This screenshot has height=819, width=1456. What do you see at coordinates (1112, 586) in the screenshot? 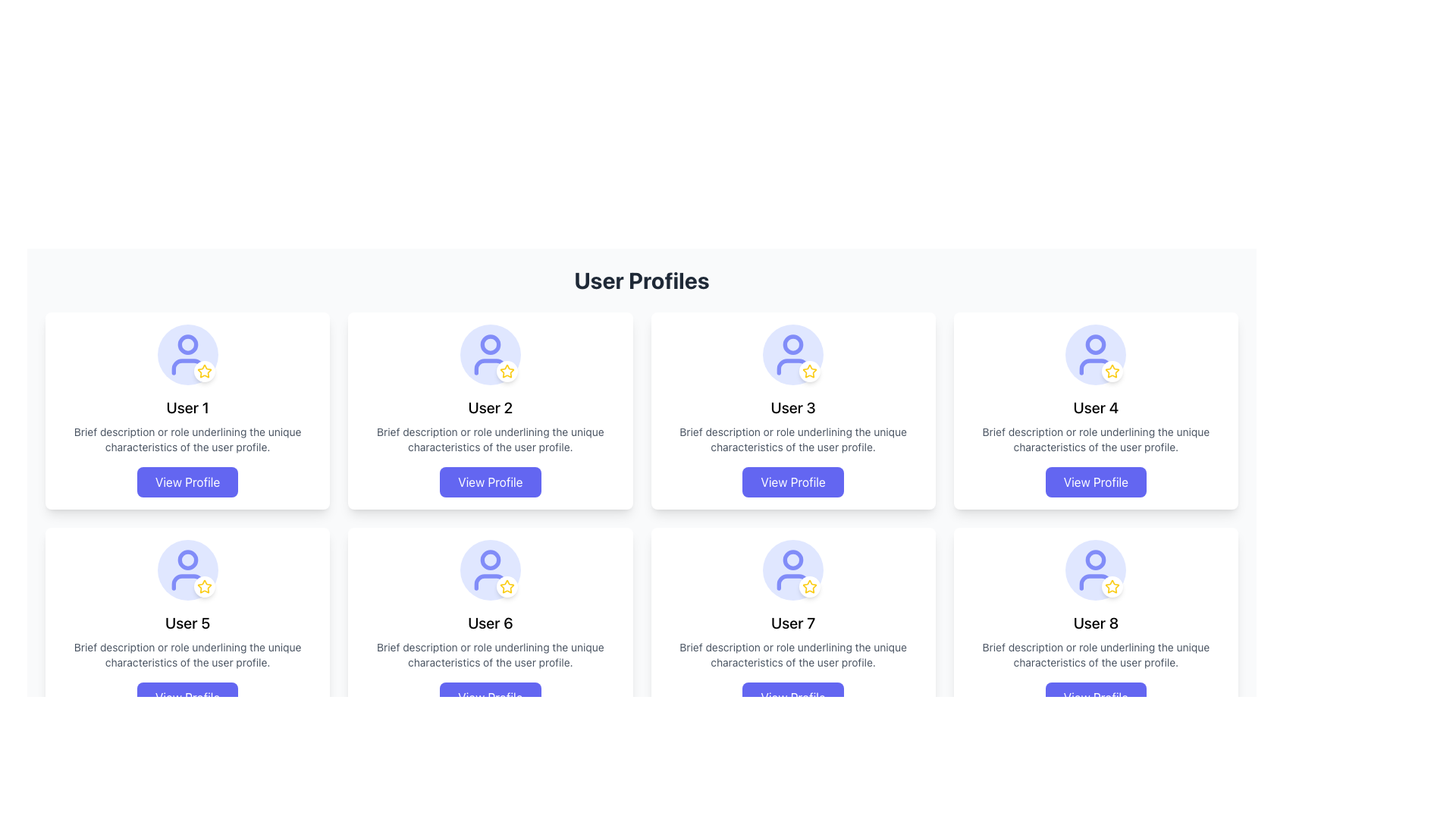
I see `the profile highlight icon located in the bottom-right corner of the eighth user card, which indicates a featured status for User 8` at bounding box center [1112, 586].